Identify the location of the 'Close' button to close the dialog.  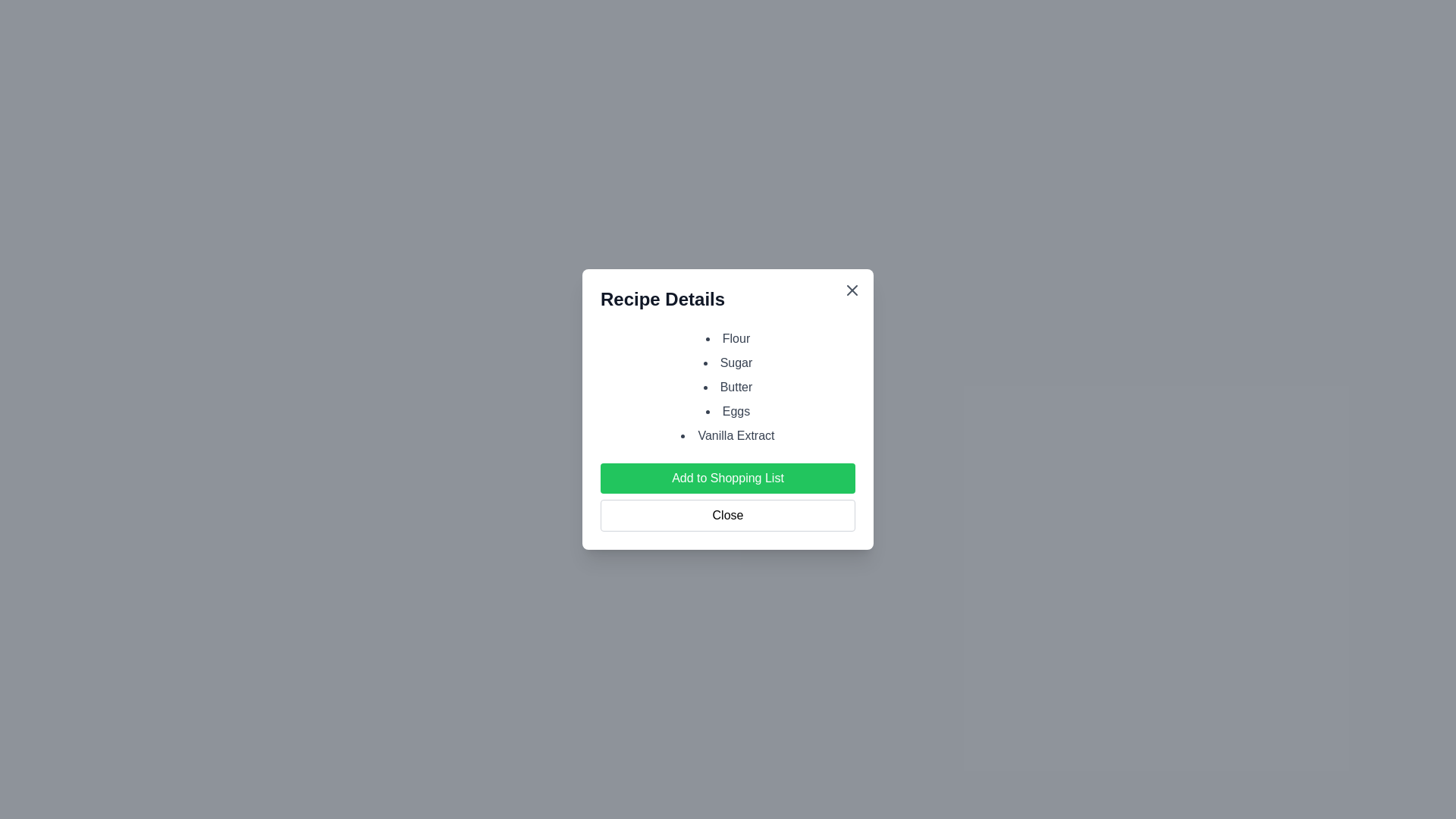
(728, 514).